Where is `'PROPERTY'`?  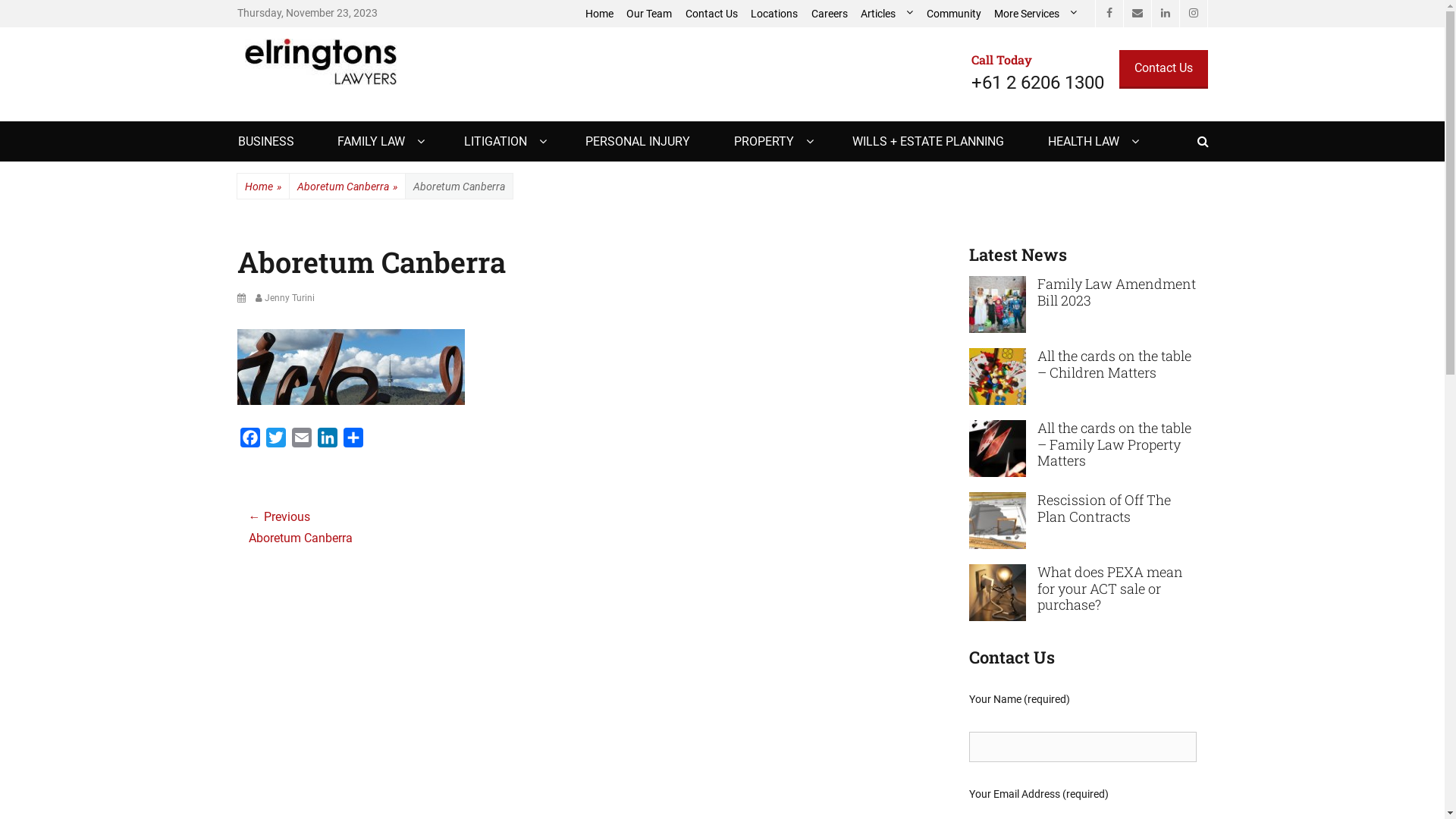 'PROPERTY' is located at coordinates (771, 141).